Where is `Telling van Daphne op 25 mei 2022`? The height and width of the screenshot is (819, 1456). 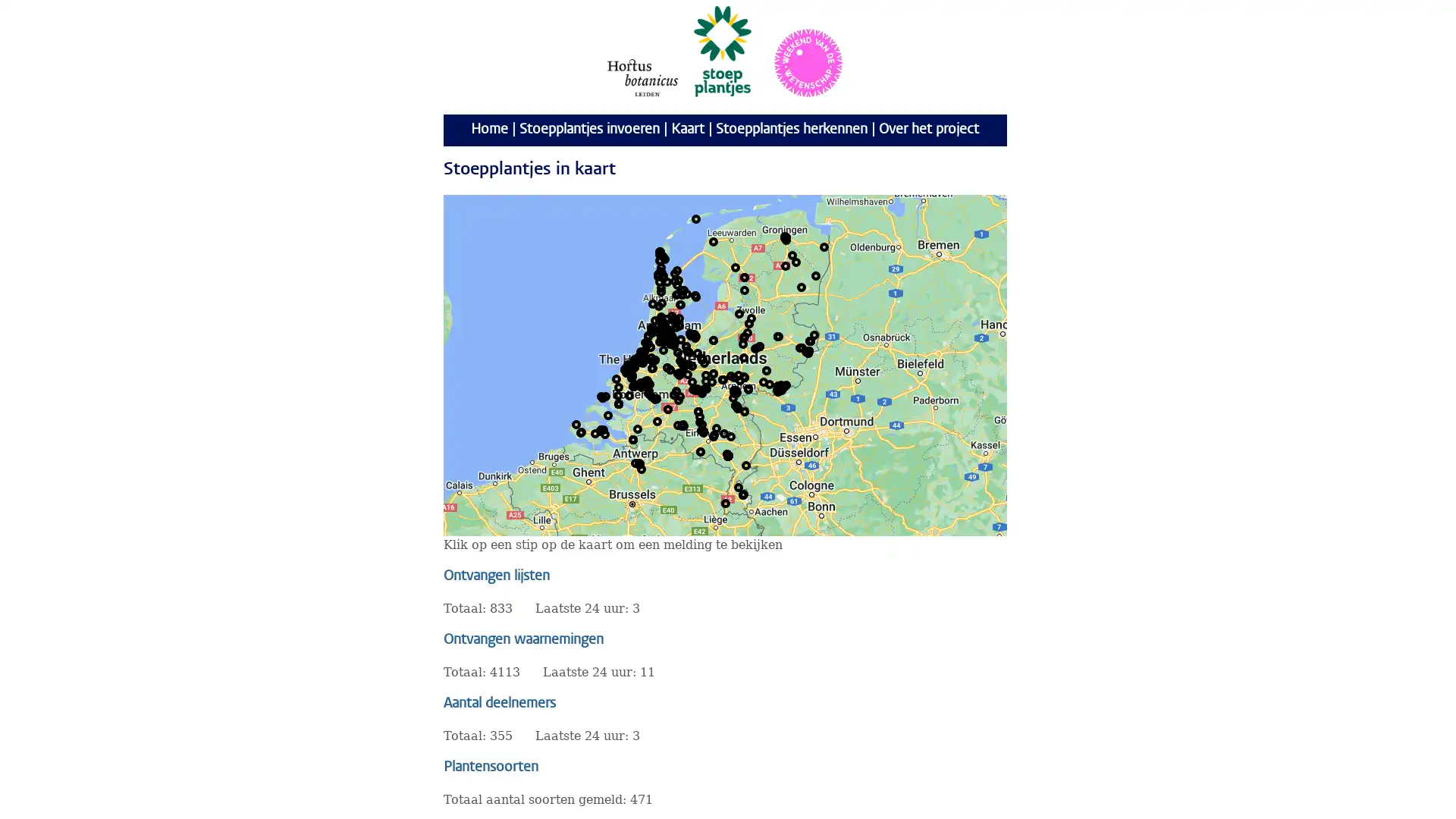
Telling van Daphne op 25 mei 2022 is located at coordinates (652, 360).